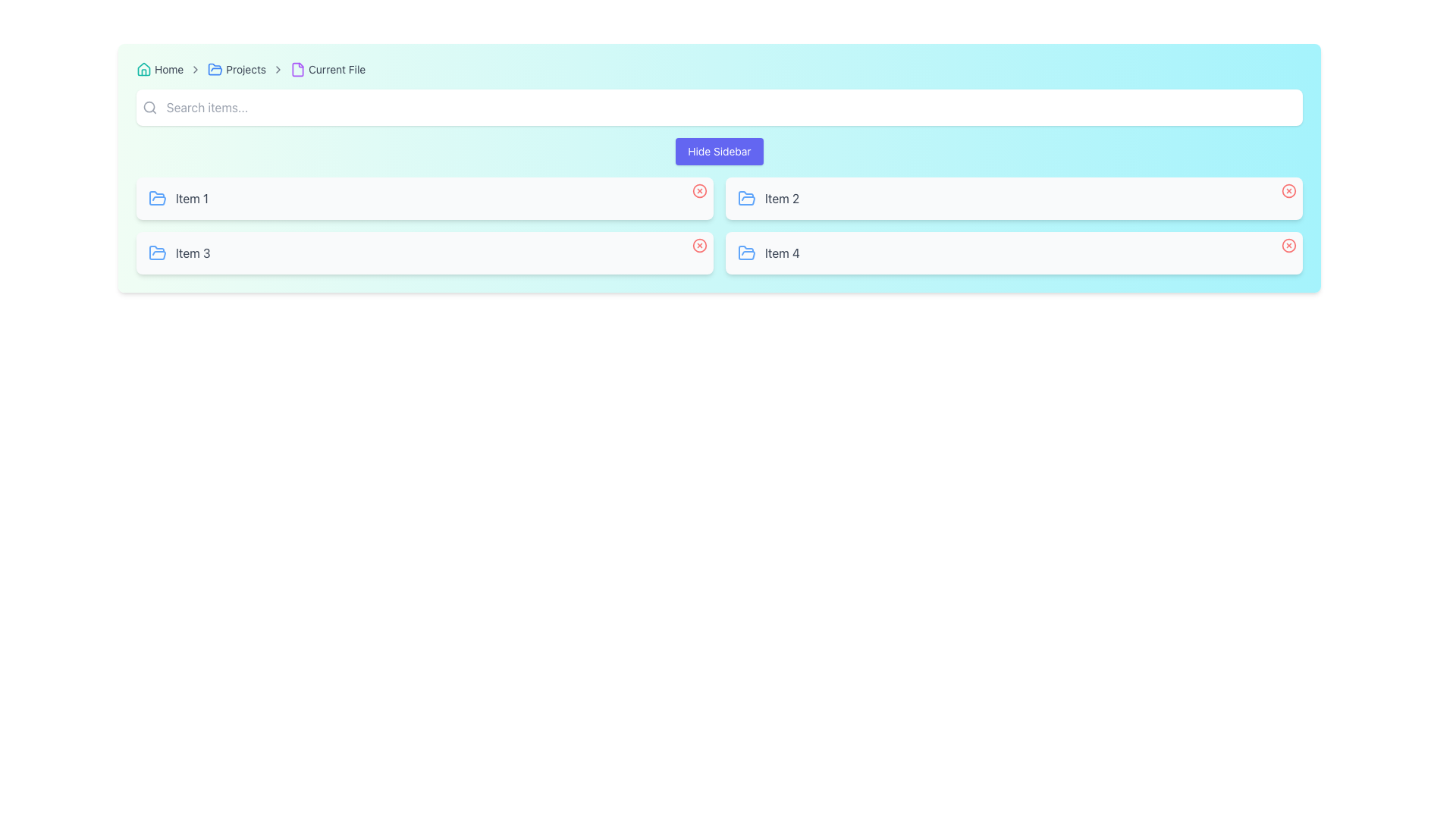  Describe the element at coordinates (192, 253) in the screenshot. I see `the text label for 'Item 3'` at that location.